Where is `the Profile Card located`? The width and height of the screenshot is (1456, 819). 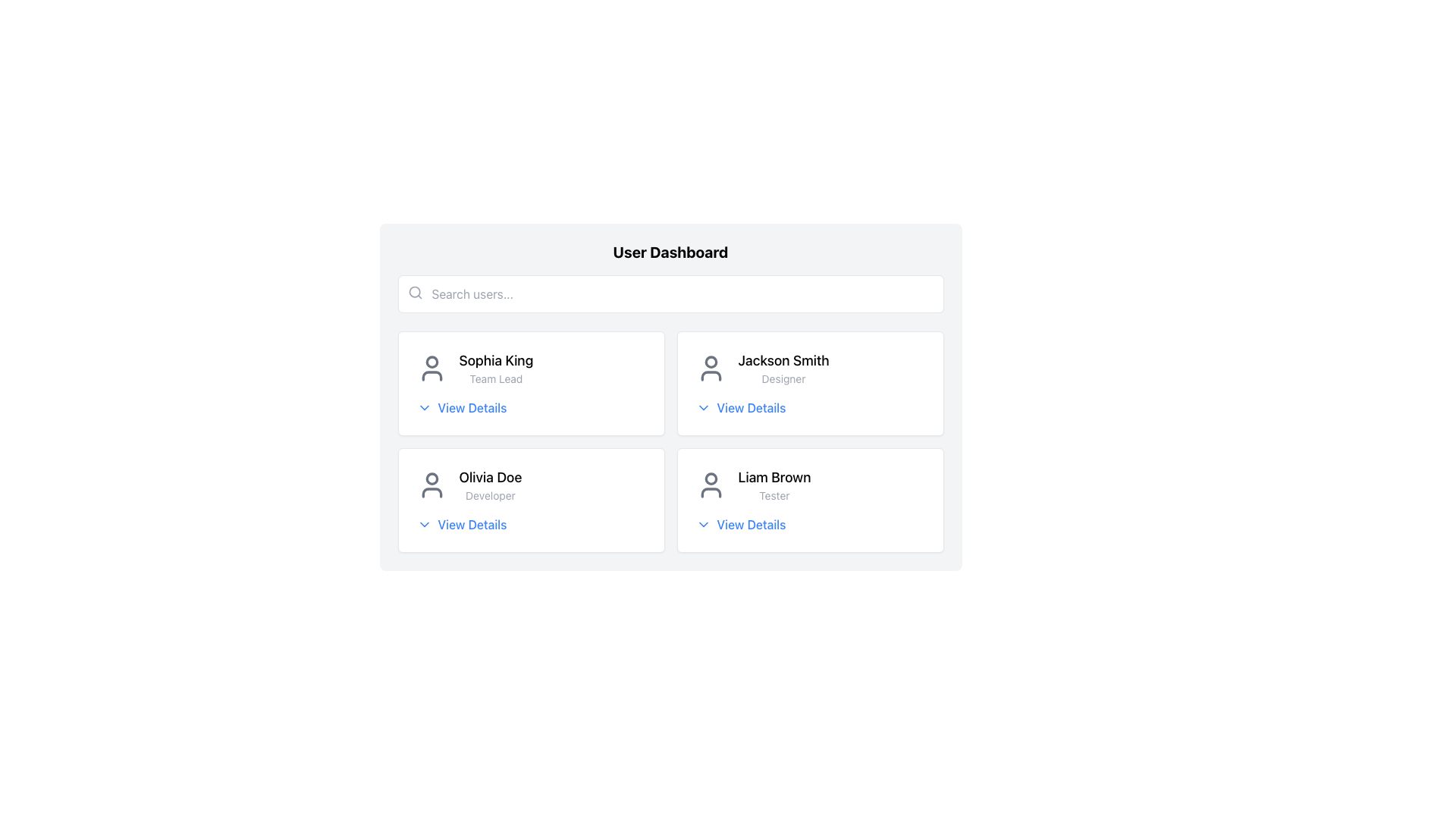
the Profile Card located is located at coordinates (809, 485).